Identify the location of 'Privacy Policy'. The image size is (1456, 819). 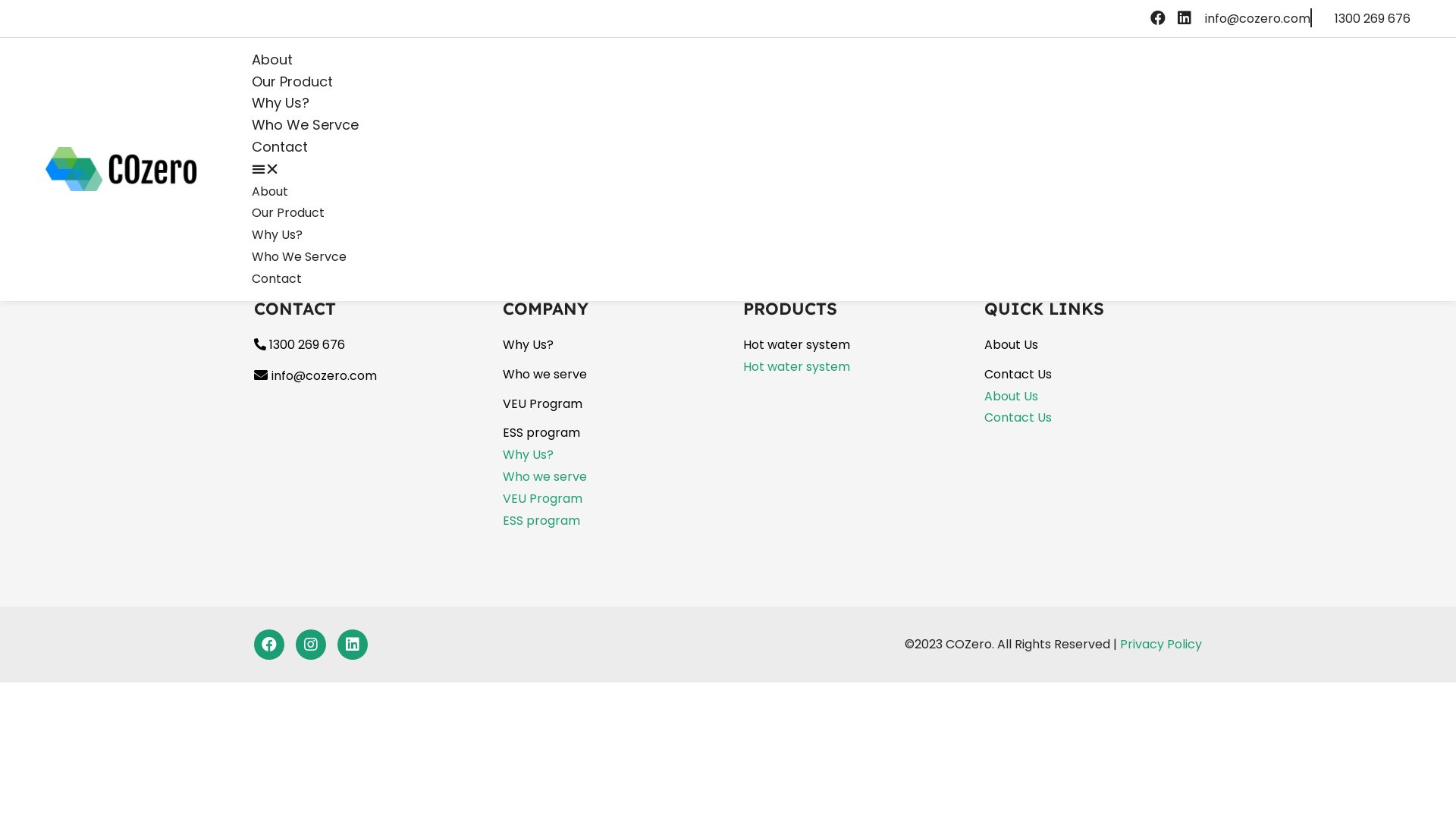
(1160, 644).